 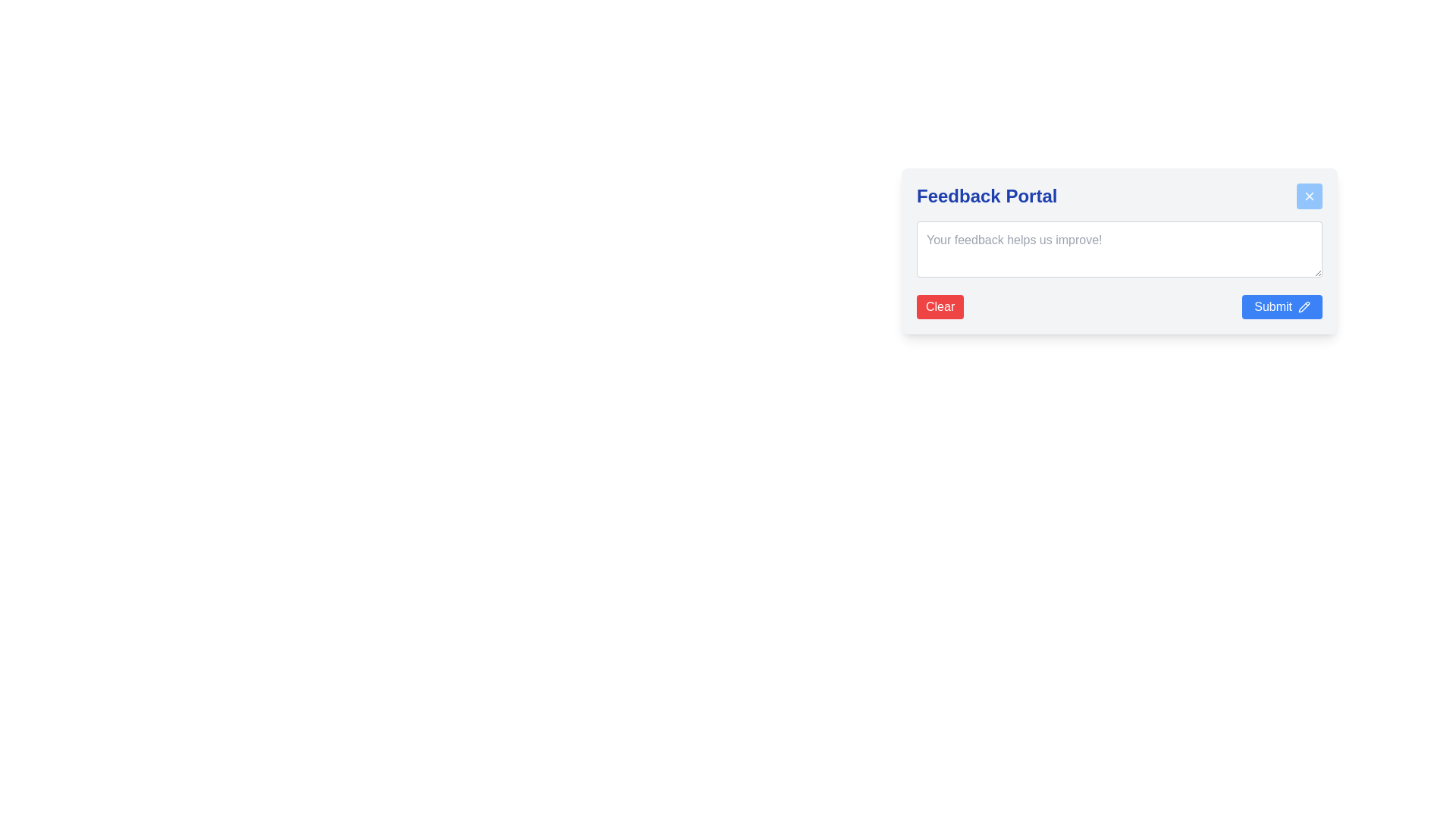 What do you see at coordinates (1309, 195) in the screenshot?
I see `the close button located in the top-right corner of the 'Feedback Portal' section` at bounding box center [1309, 195].